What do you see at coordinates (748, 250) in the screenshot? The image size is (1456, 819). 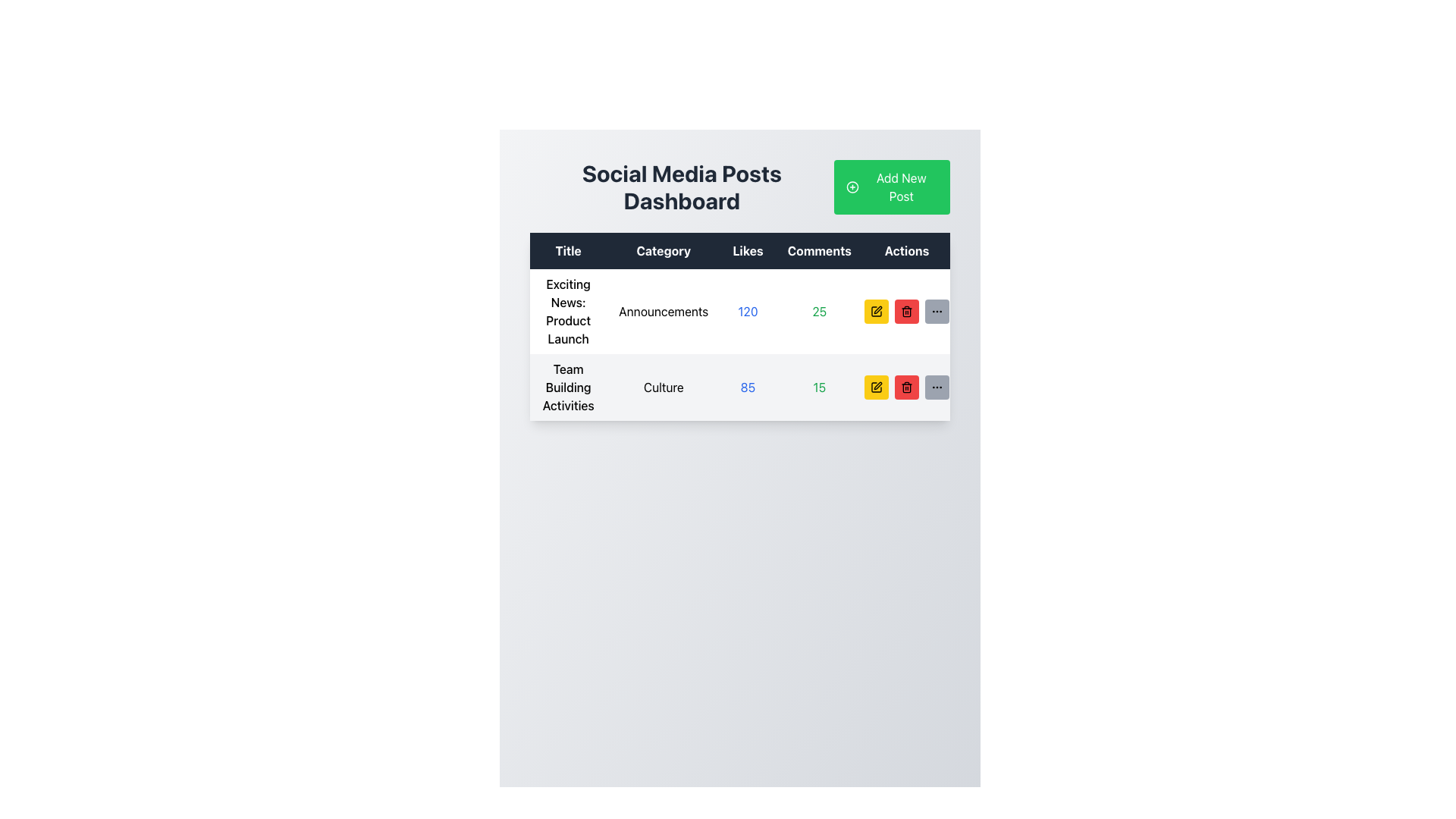 I see `the 'Likes' static text element located in the header row of the table, which displays the word 'Likes' in white text on a dark background` at bounding box center [748, 250].